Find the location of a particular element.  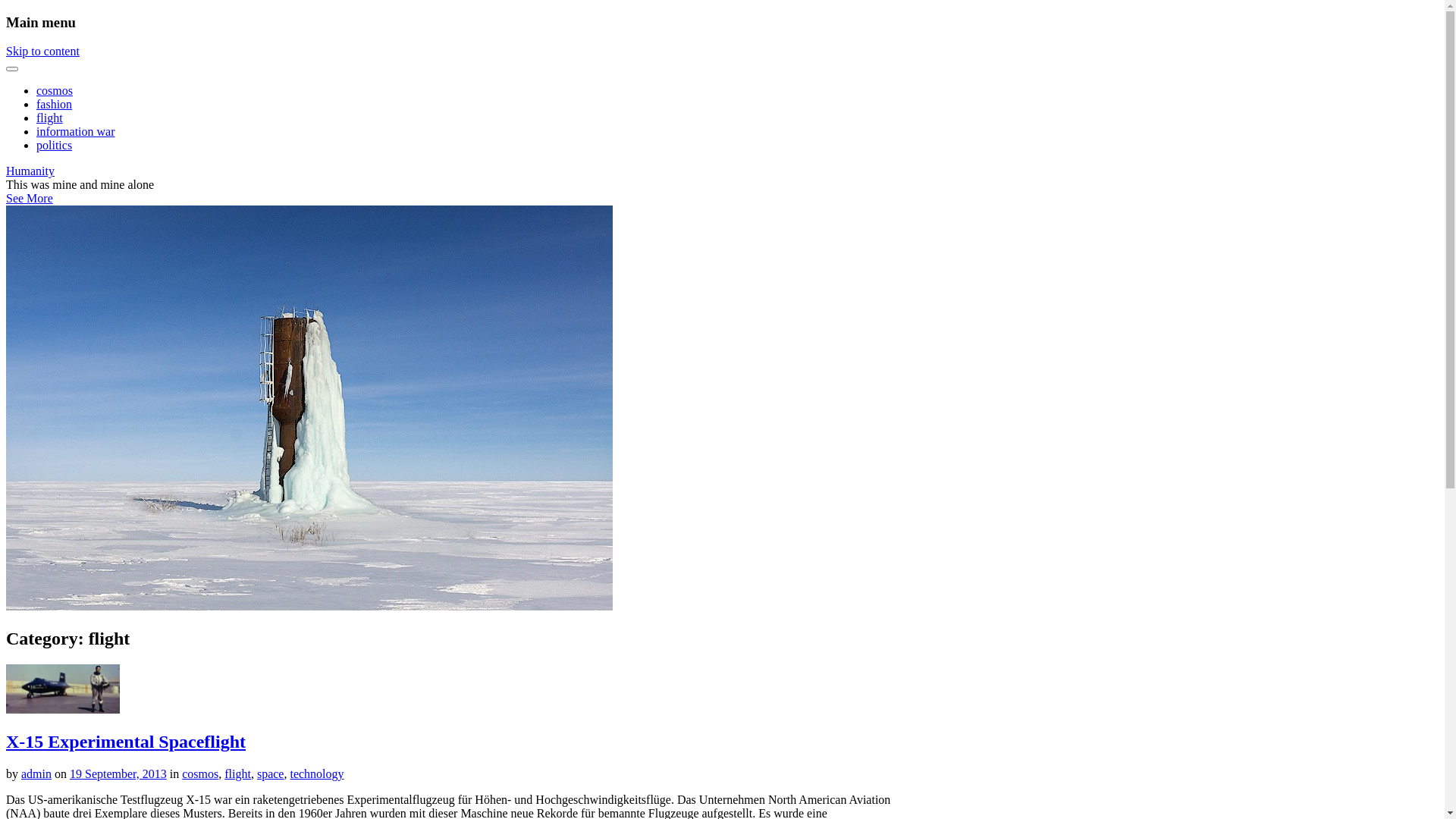

'See More' is located at coordinates (29, 197).